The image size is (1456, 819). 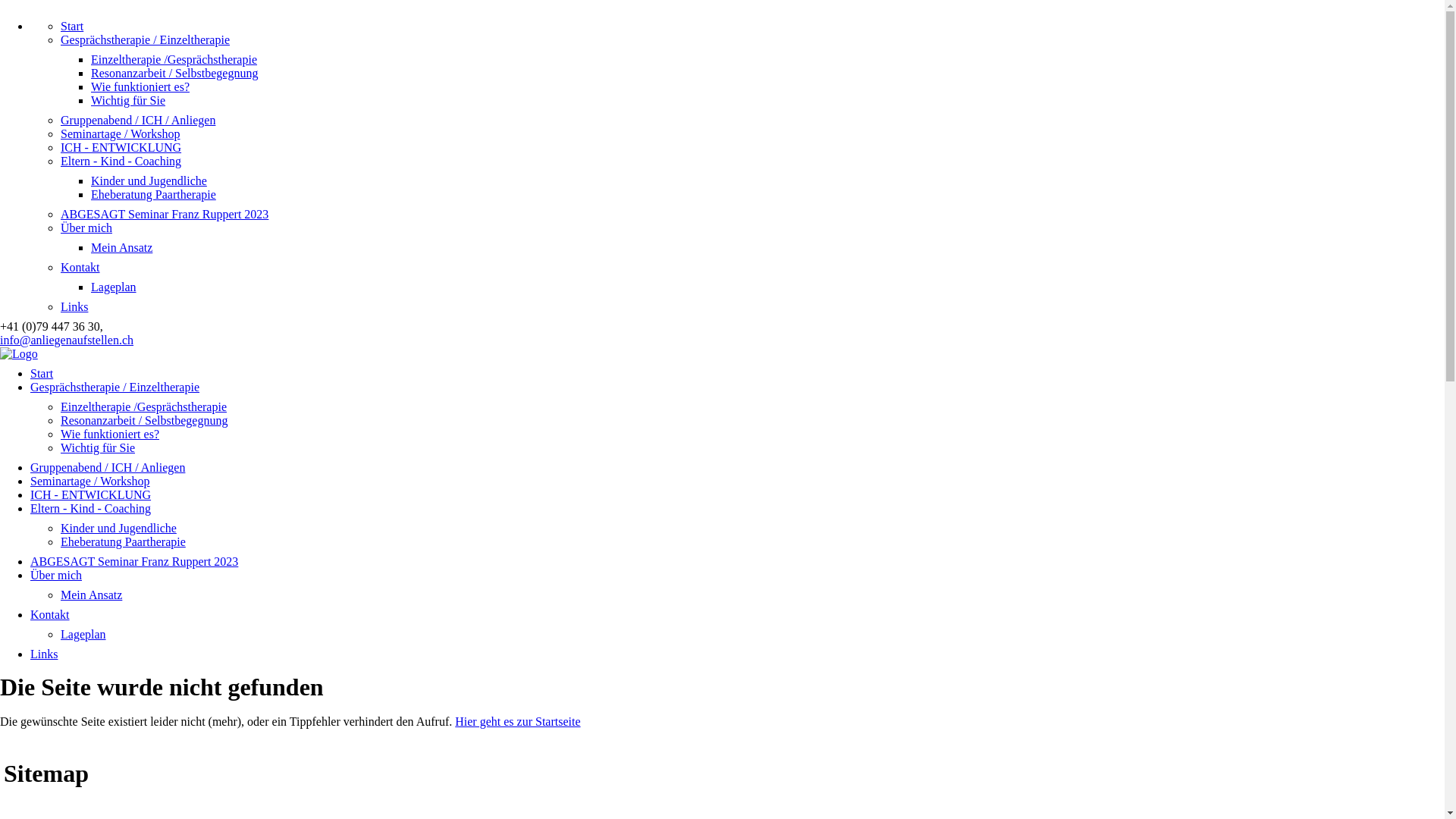 I want to click on 'Links', so click(x=73, y=306).